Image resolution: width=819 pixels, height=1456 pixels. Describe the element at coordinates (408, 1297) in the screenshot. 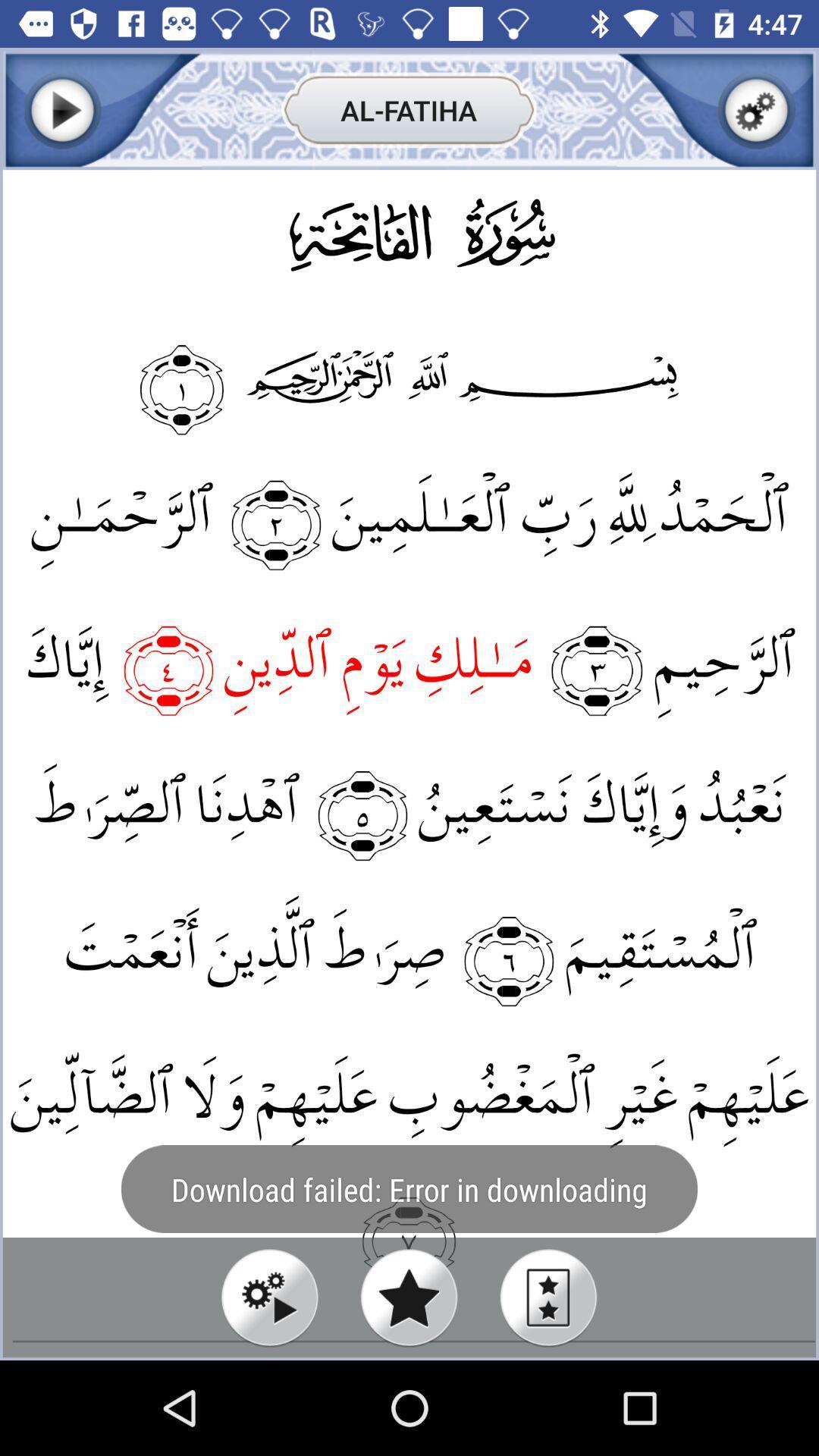

I see `item` at that location.